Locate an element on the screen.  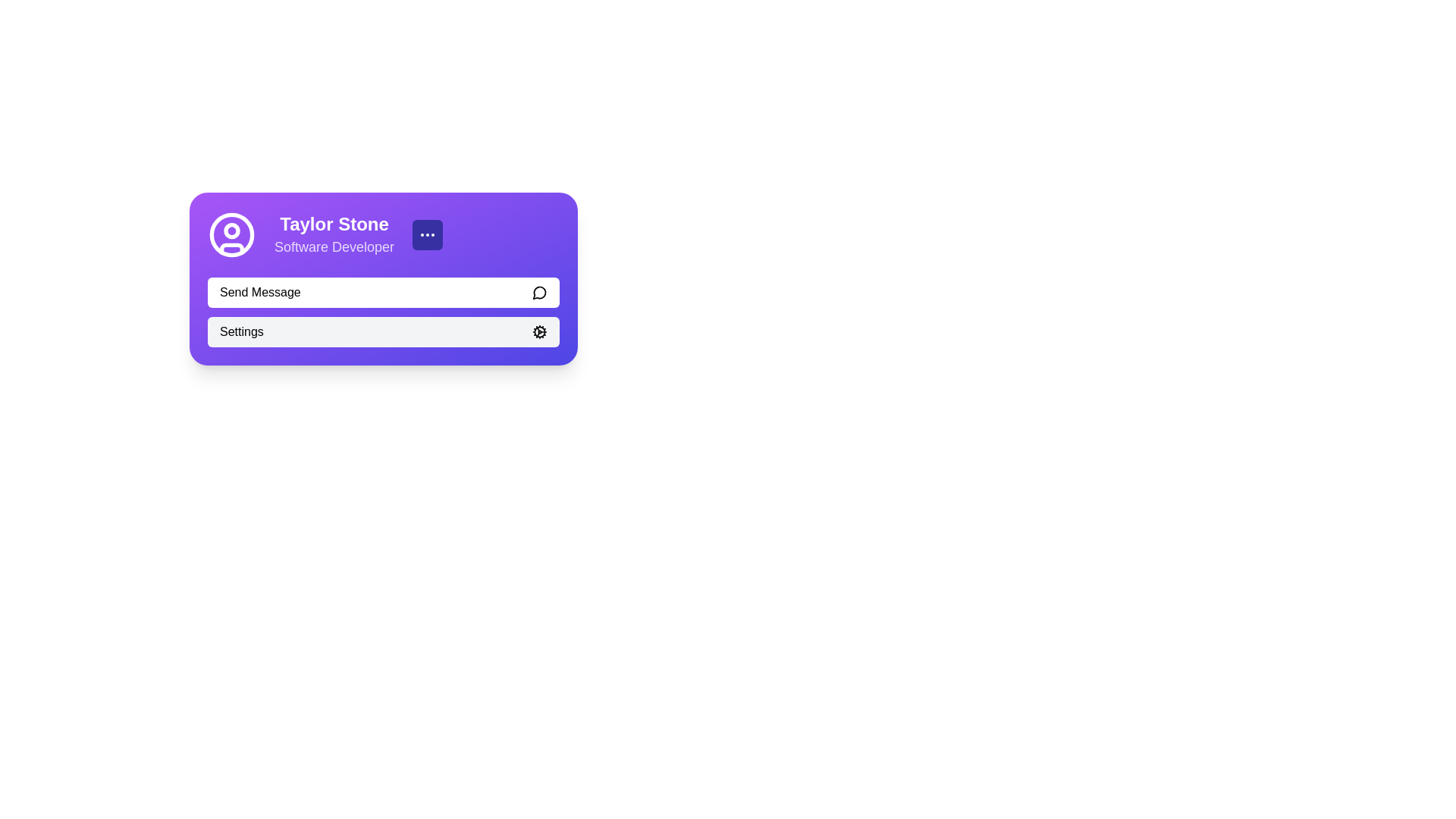
the 'Send Message' button located under the title 'Taylor Stone - Software Developer' is located at coordinates (383, 292).